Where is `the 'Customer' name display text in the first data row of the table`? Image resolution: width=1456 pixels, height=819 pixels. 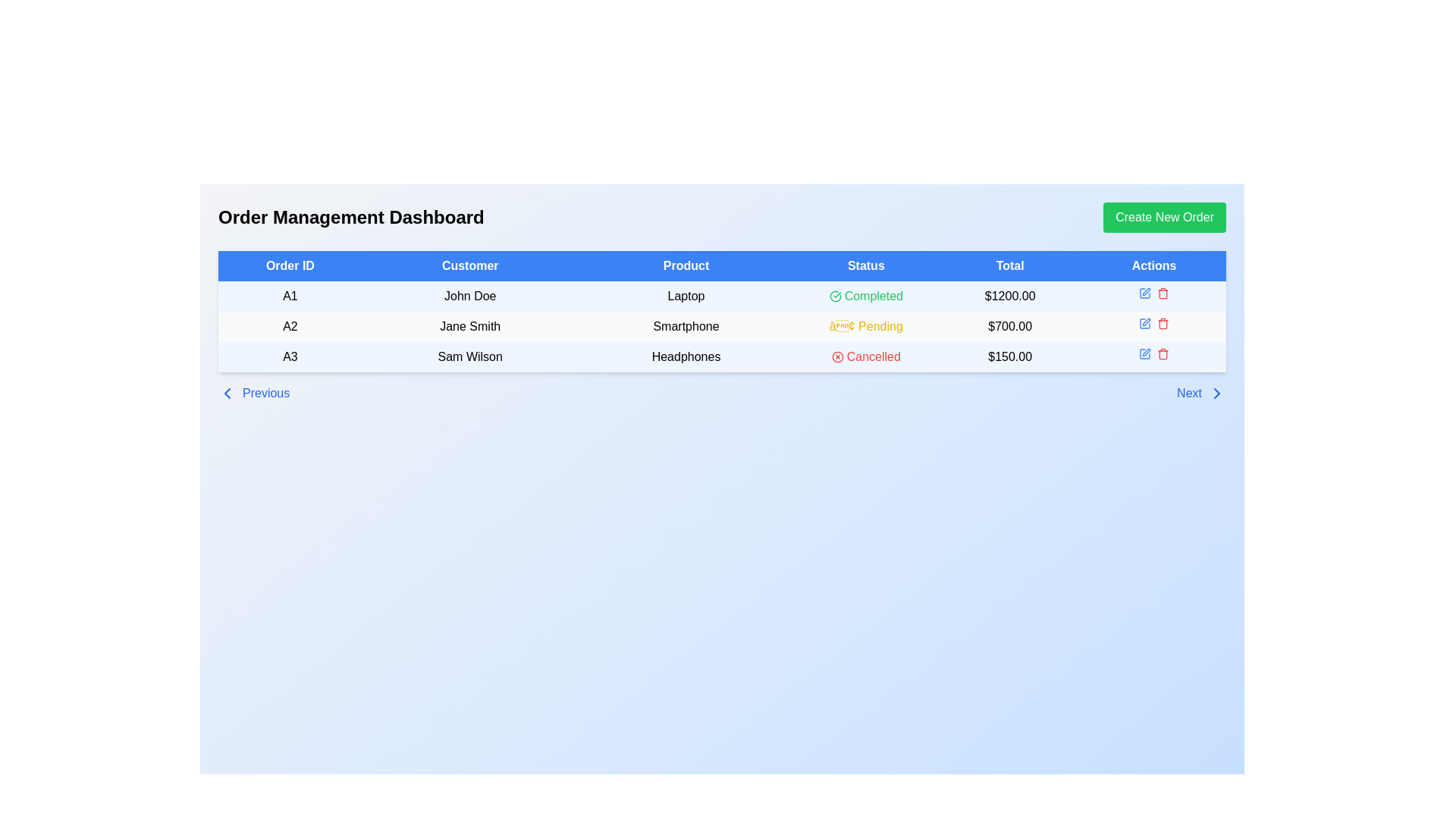 the 'Customer' name display text in the first data row of the table is located at coordinates (469, 296).